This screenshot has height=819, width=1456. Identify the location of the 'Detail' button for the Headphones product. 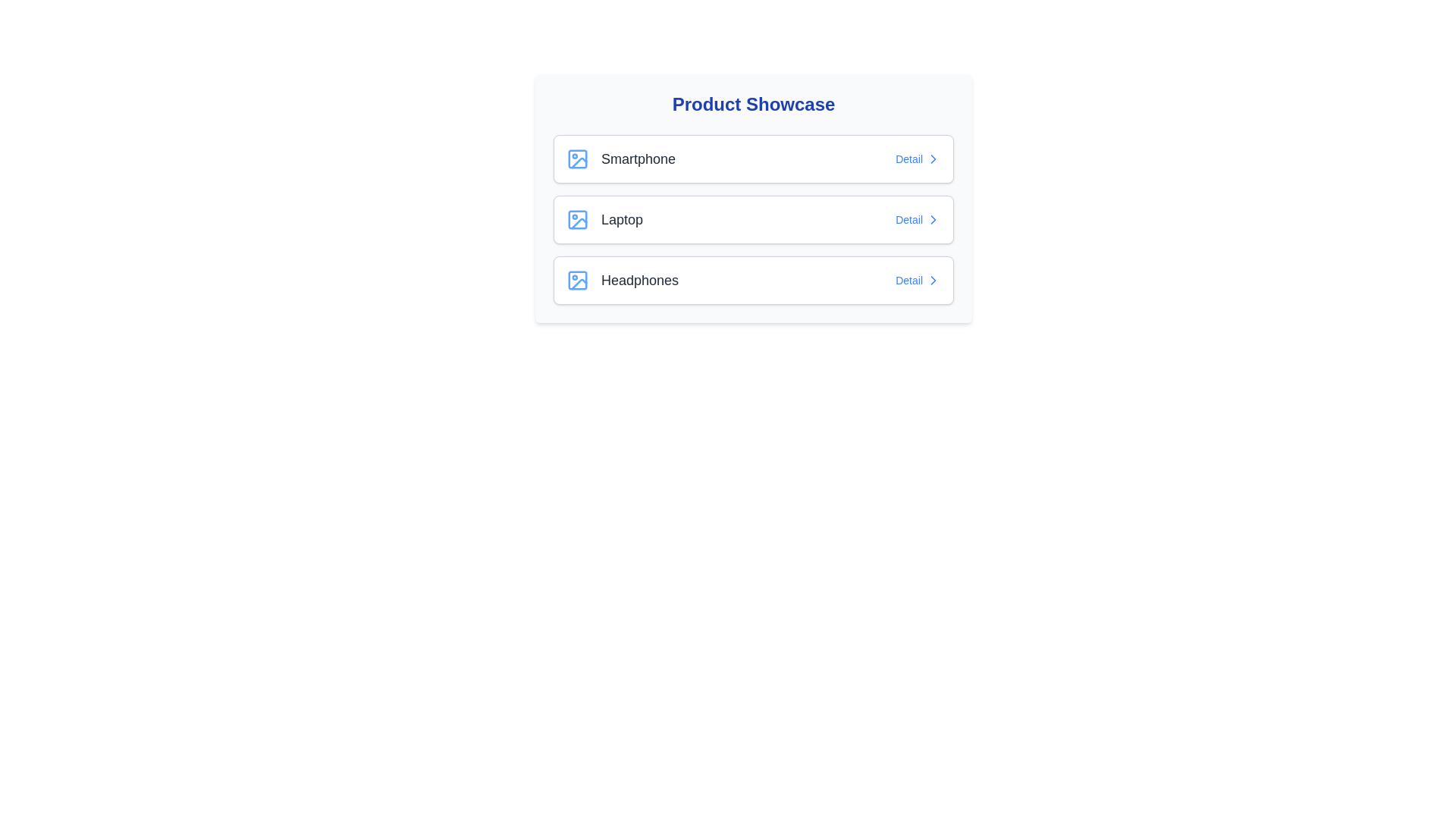
(917, 281).